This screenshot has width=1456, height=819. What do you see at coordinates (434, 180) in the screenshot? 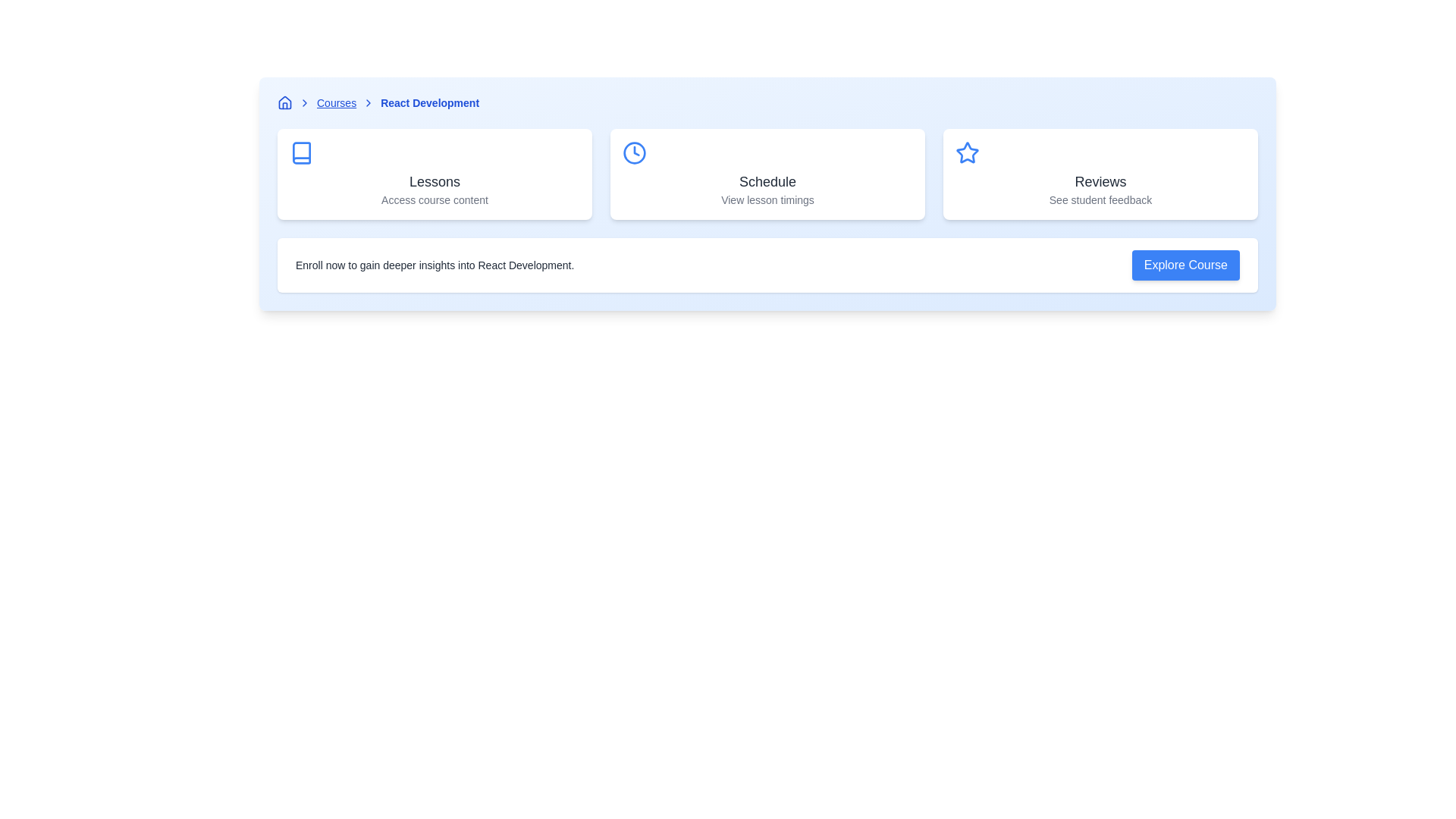
I see `the static text label titled 'Lessons' which indicates the section's purpose within the course content card` at bounding box center [434, 180].